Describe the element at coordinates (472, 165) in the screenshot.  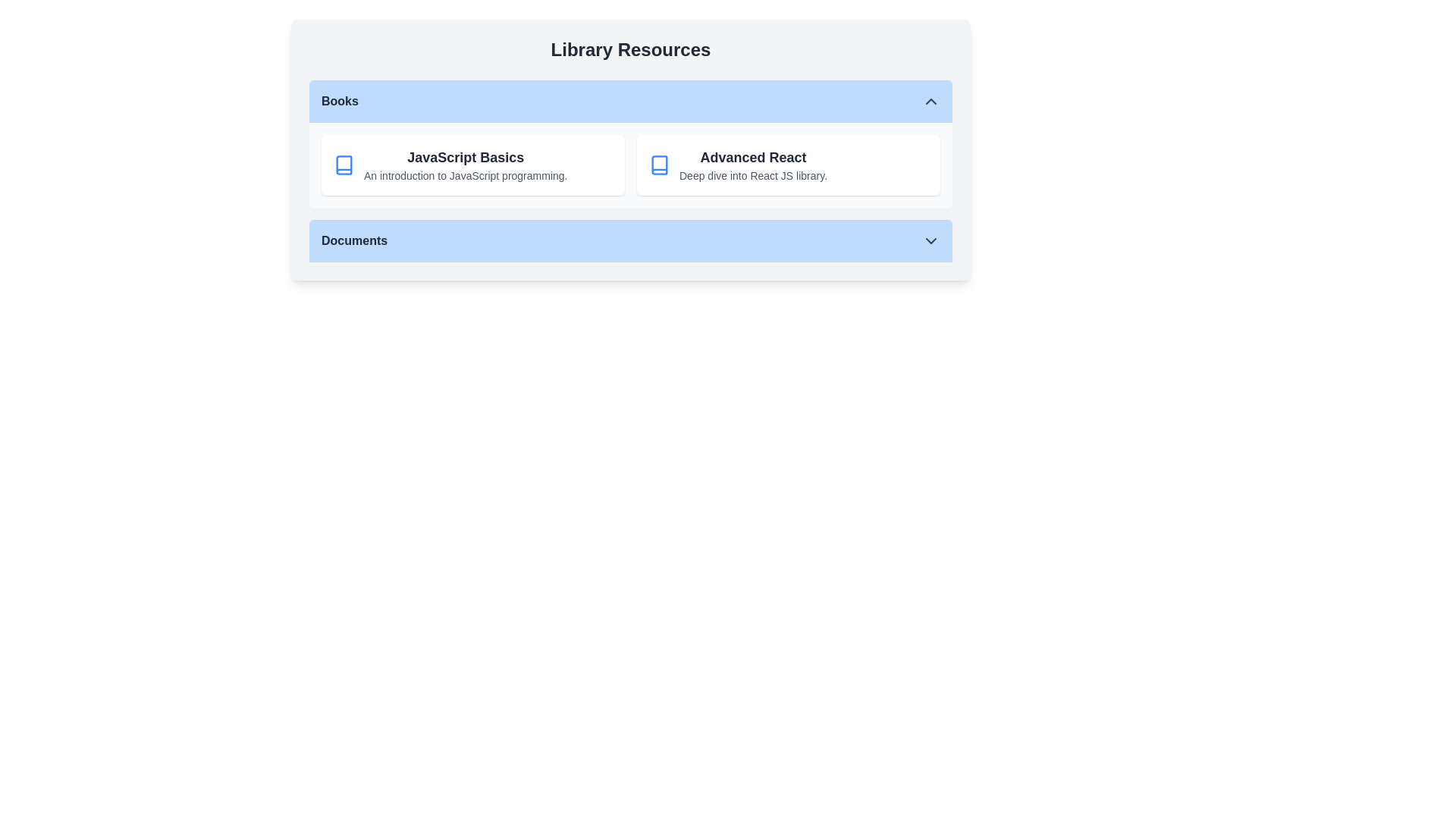
I see `informational card titled 'JavaScript Basics' located in the top-left section of the grid layout under the 'Books' section of the 'Library Resources' panel` at that location.